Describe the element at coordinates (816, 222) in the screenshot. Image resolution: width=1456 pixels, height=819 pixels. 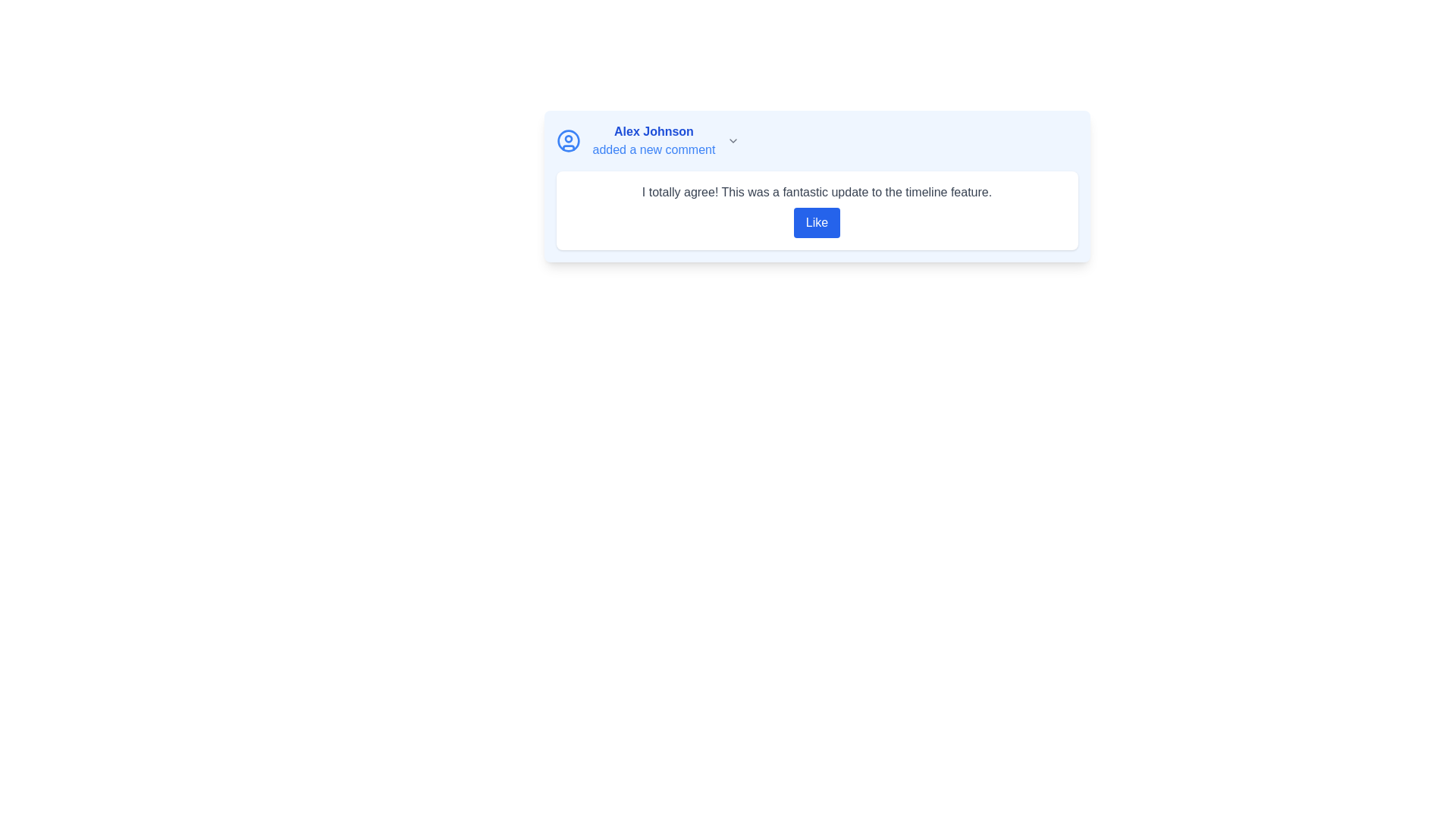
I see `the 'Like' button located at the bottom right corner of the comment section, which has a vibrant blue background and white text` at that location.